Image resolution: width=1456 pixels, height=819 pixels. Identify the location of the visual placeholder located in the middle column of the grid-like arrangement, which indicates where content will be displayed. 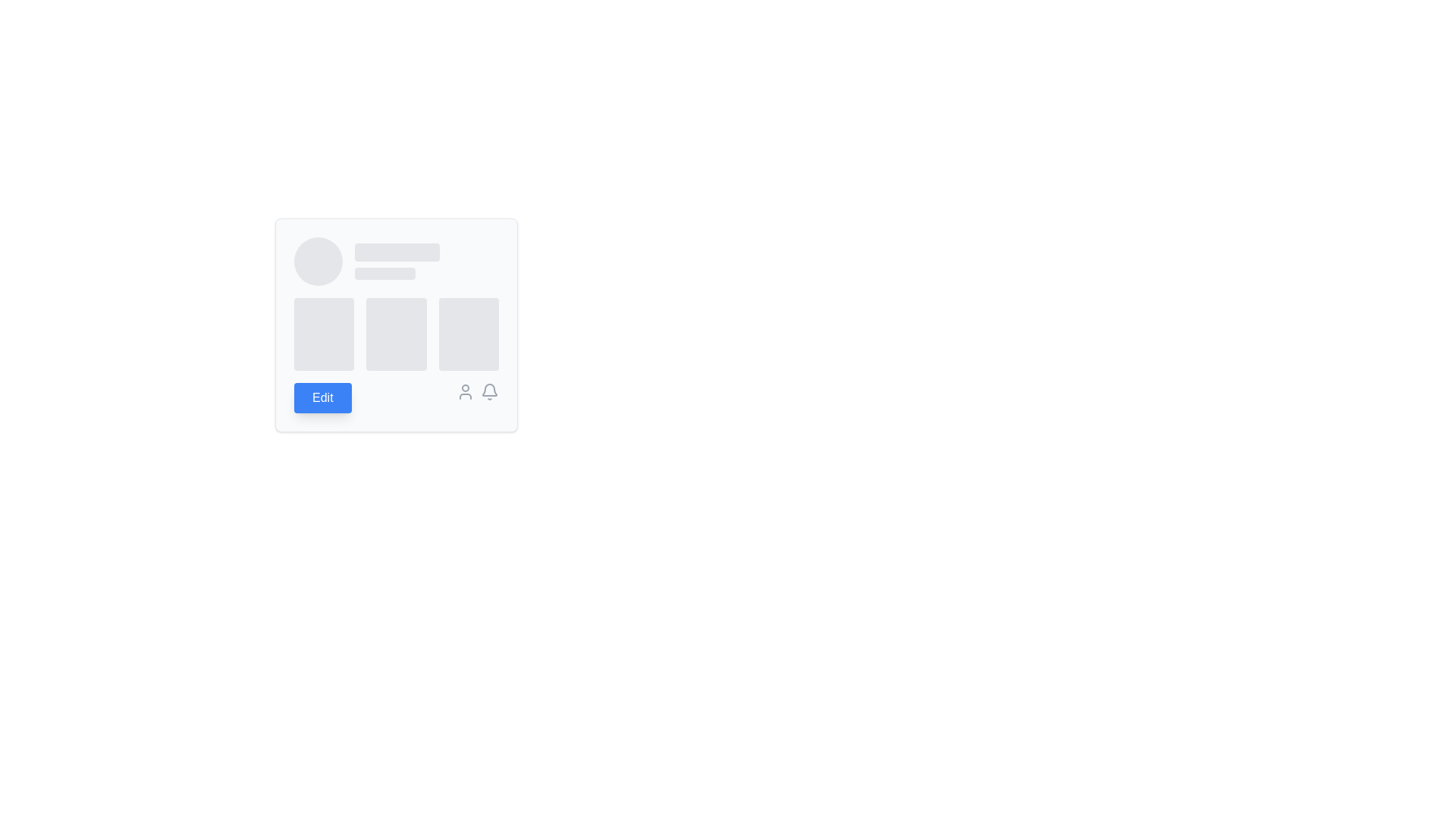
(397, 324).